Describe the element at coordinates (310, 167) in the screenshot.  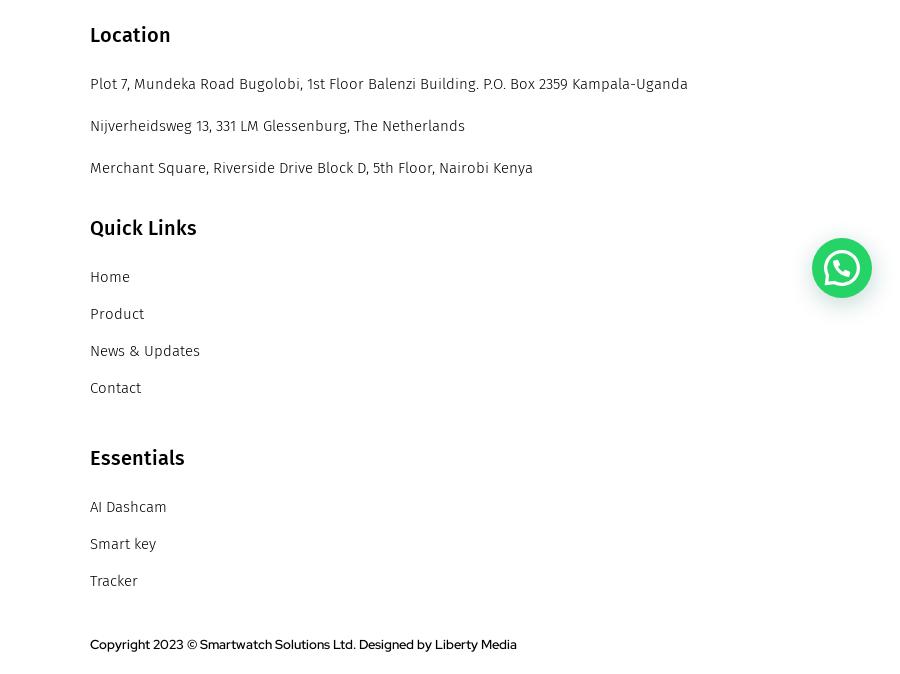
I see `'Merchant Square, Riverside Drive Block D, 5th Floor, Nairobi Kenya'` at that location.